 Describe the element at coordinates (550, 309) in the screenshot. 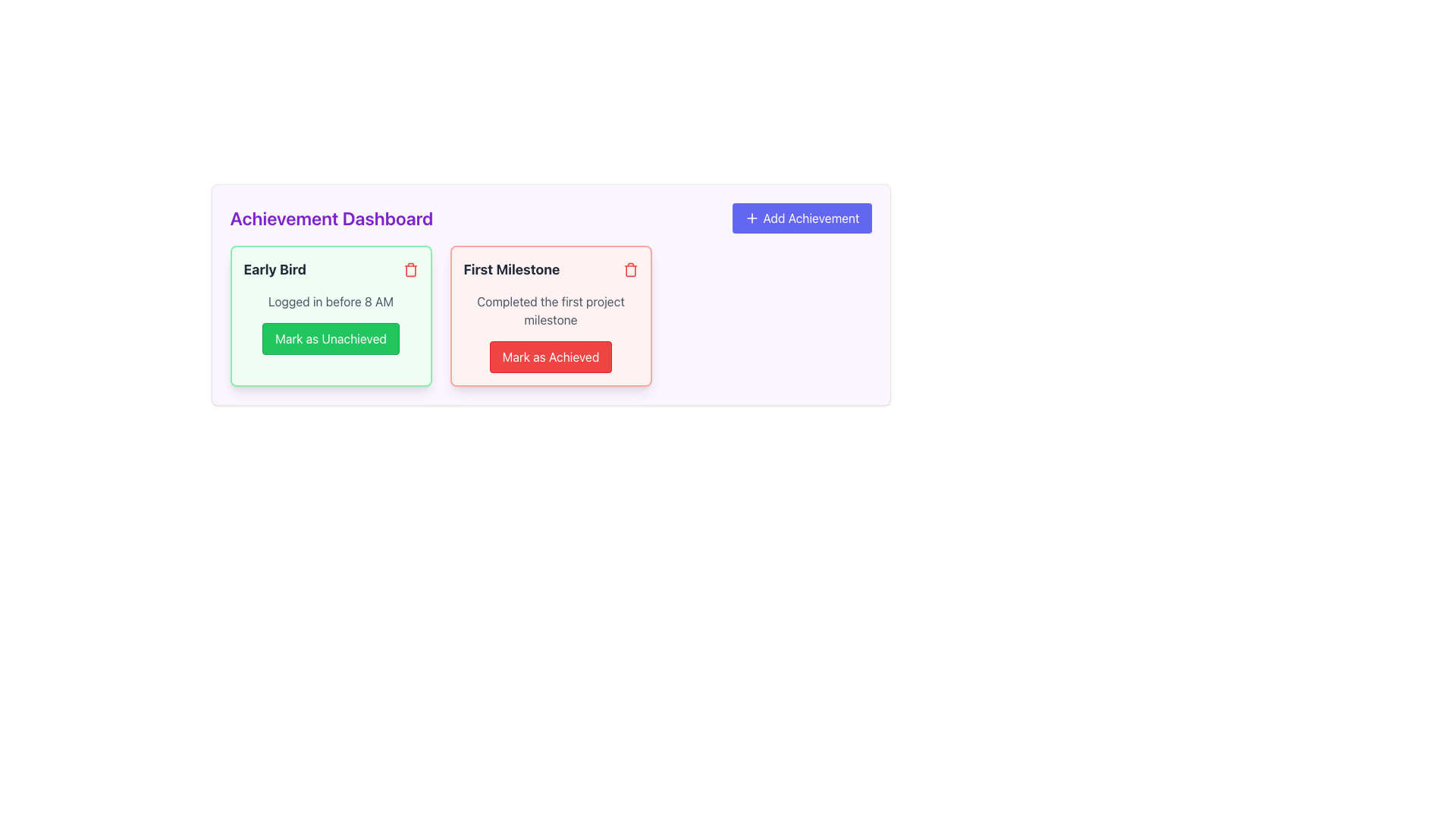

I see `the text element displaying 'Completed the first project milestone' which is centered in the card titled 'First Milestone'` at that location.